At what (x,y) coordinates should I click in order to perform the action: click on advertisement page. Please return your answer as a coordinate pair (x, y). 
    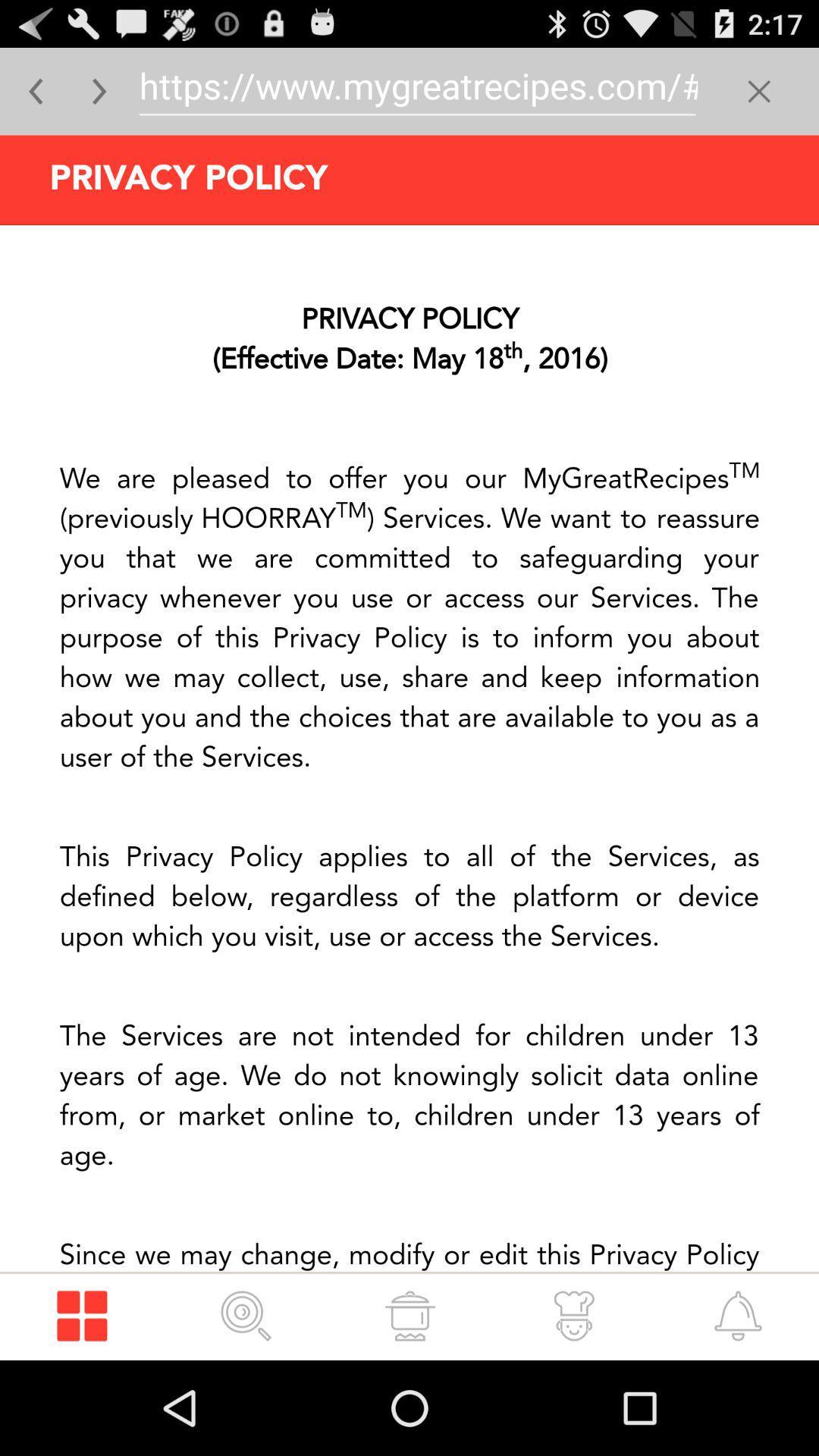
    Looking at the image, I should click on (409, 748).